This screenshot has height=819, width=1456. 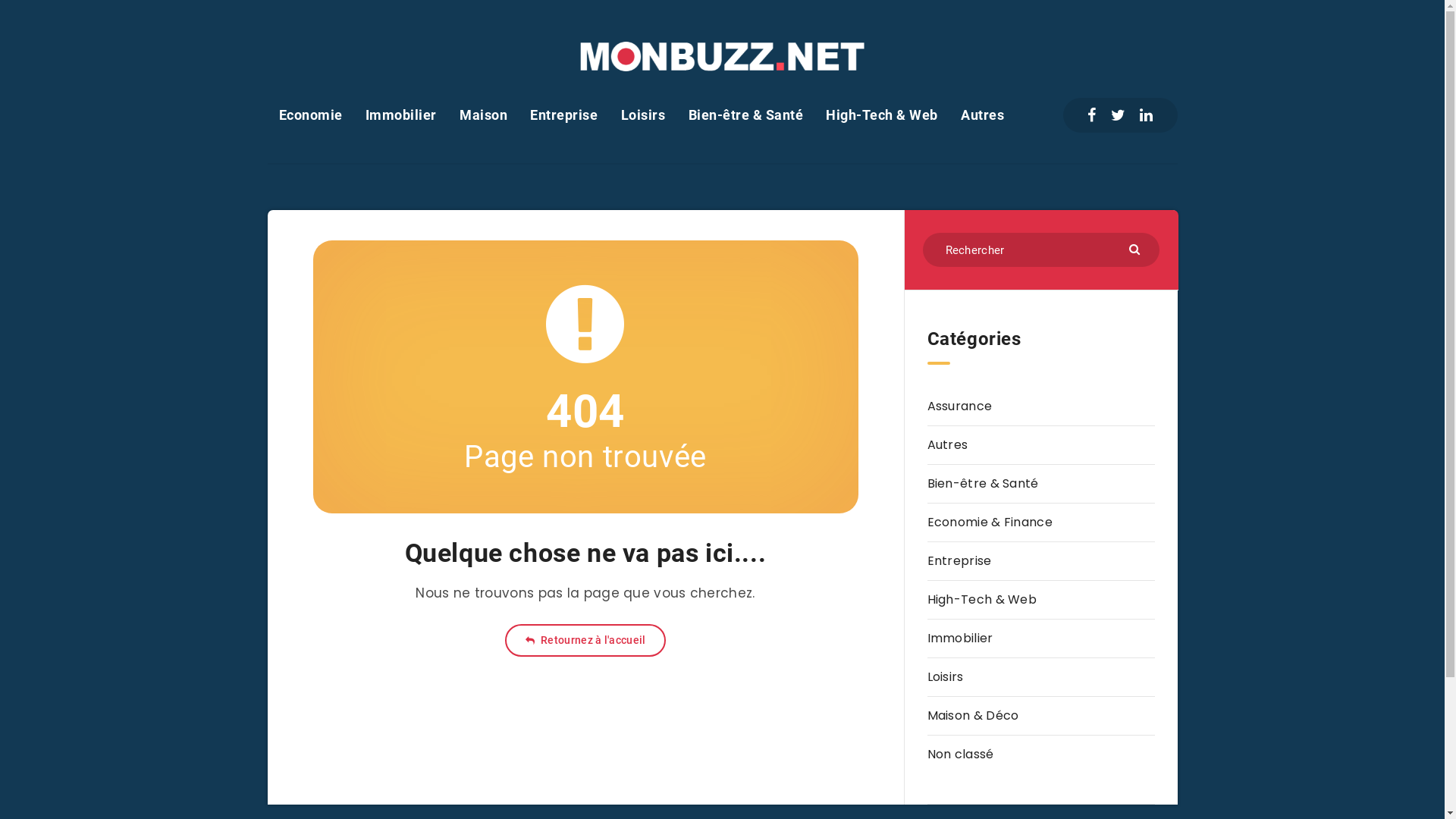 What do you see at coordinates (309, 114) in the screenshot?
I see `'Economie'` at bounding box center [309, 114].